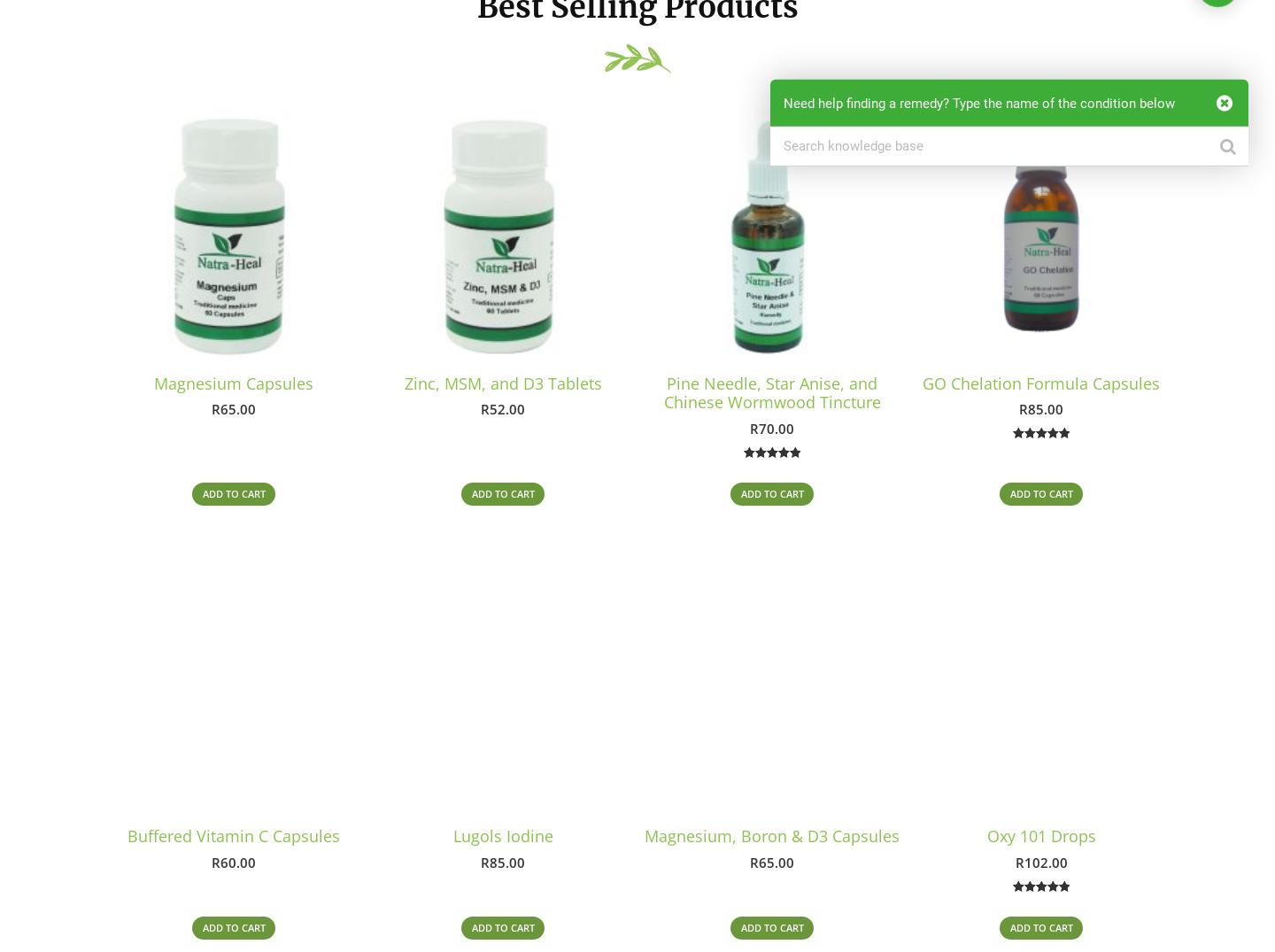 The image size is (1275, 952). Describe the element at coordinates (1041, 382) in the screenshot. I see `'GO Chelation Formula Capsules'` at that location.